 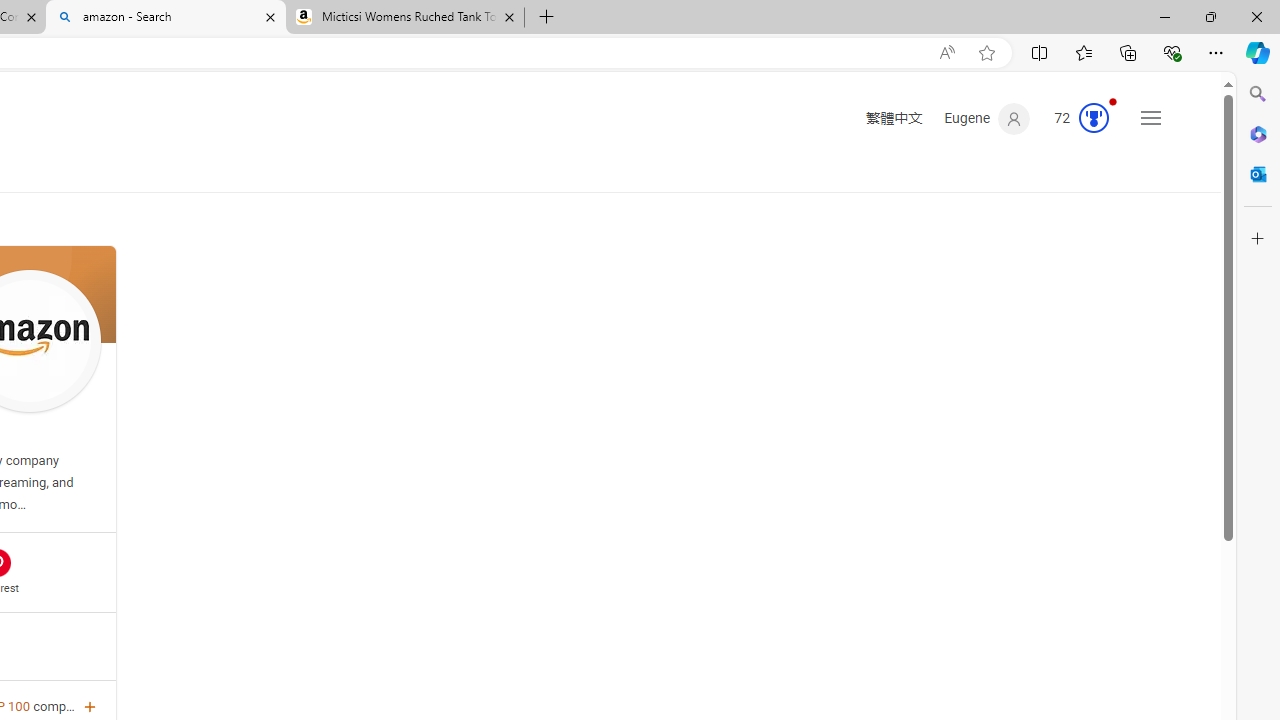 I want to click on 'Microsoft Rewards 72', so click(x=1074, y=119).